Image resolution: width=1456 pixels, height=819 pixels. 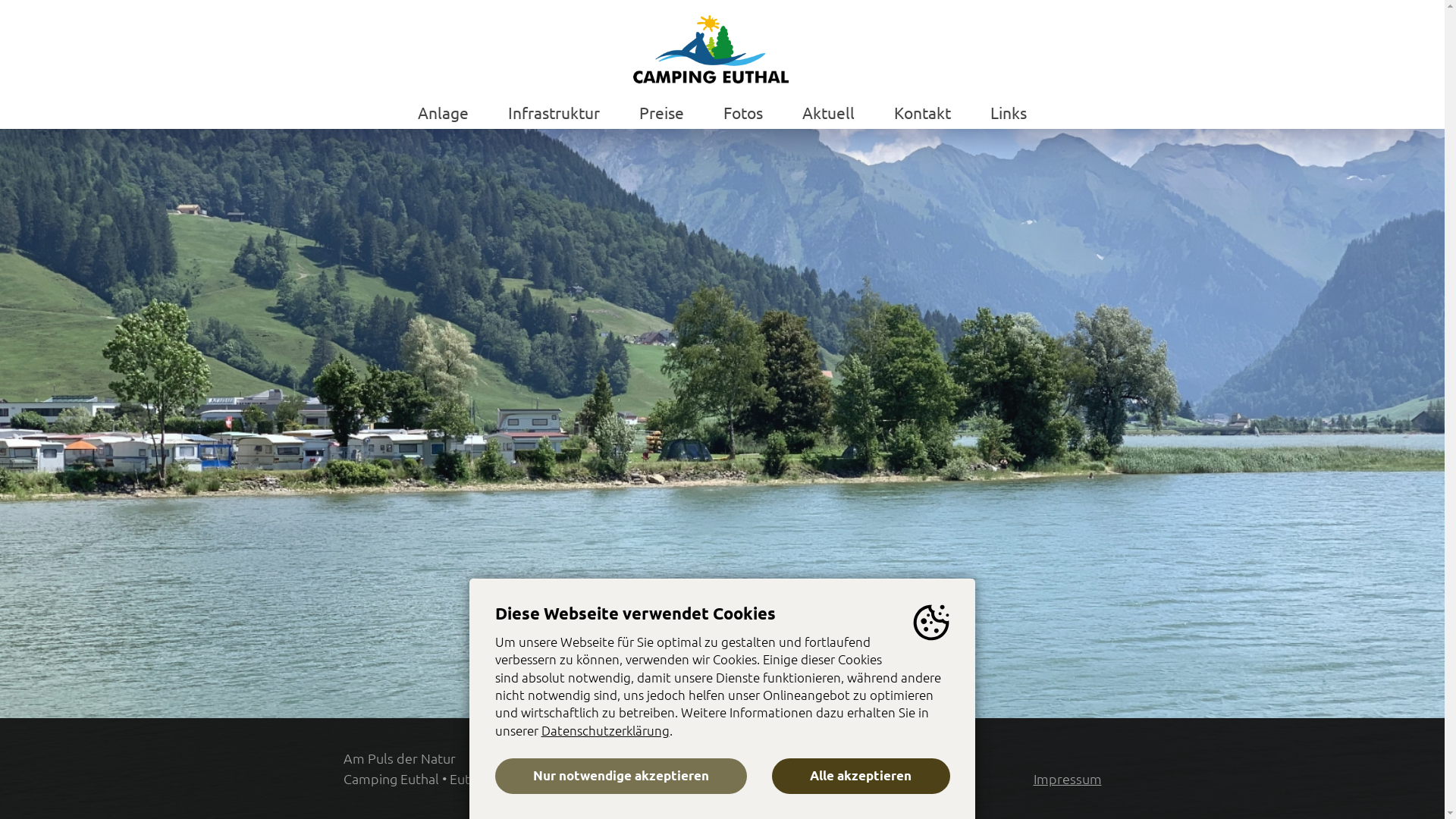 What do you see at coordinates (860, 776) in the screenshot?
I see `'Alle akzeptieren'` at bounding box center [860, 776].